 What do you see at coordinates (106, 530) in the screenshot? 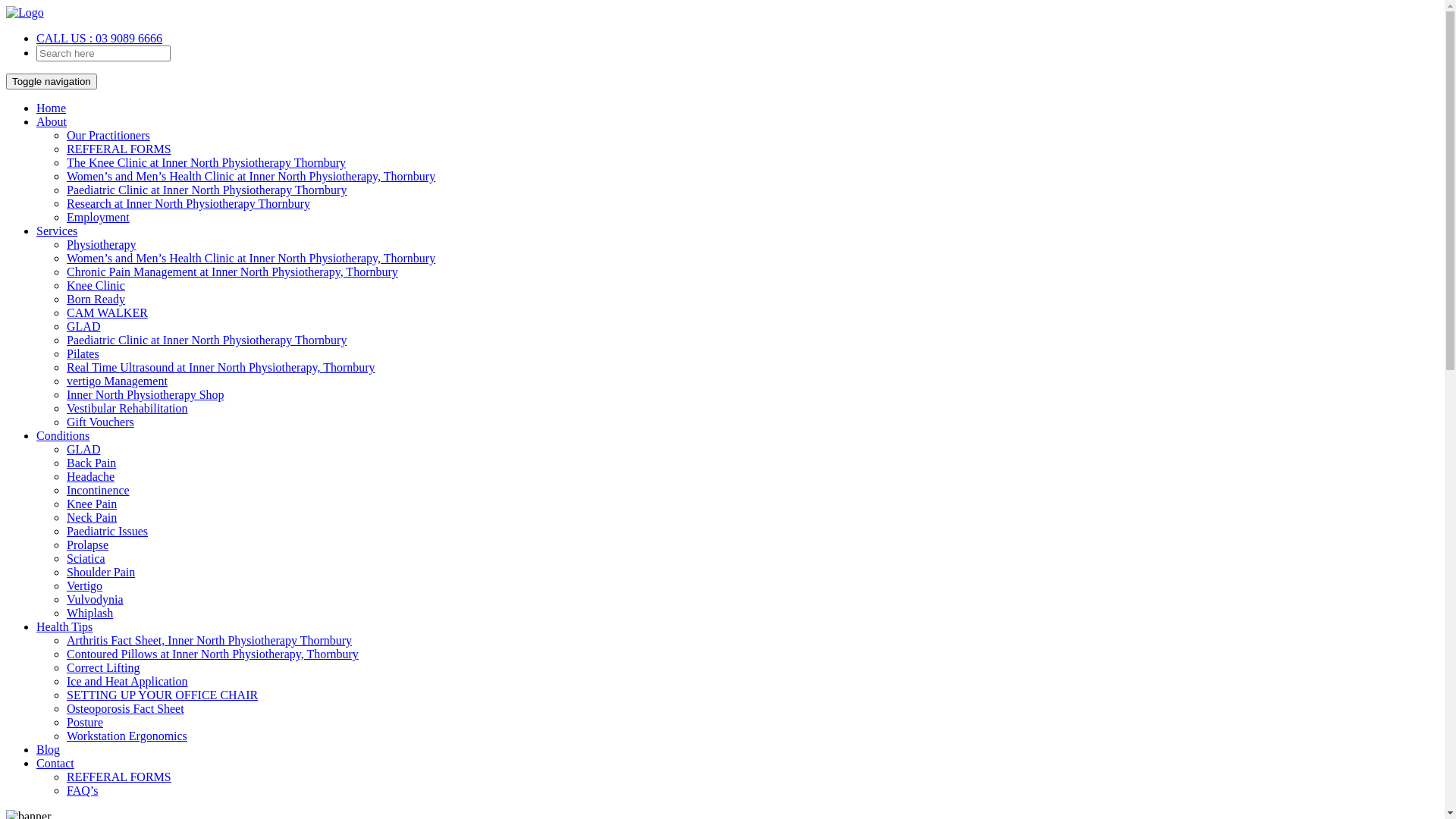
I see `'Paediatric Issues'` at bounding box center [106, 530].